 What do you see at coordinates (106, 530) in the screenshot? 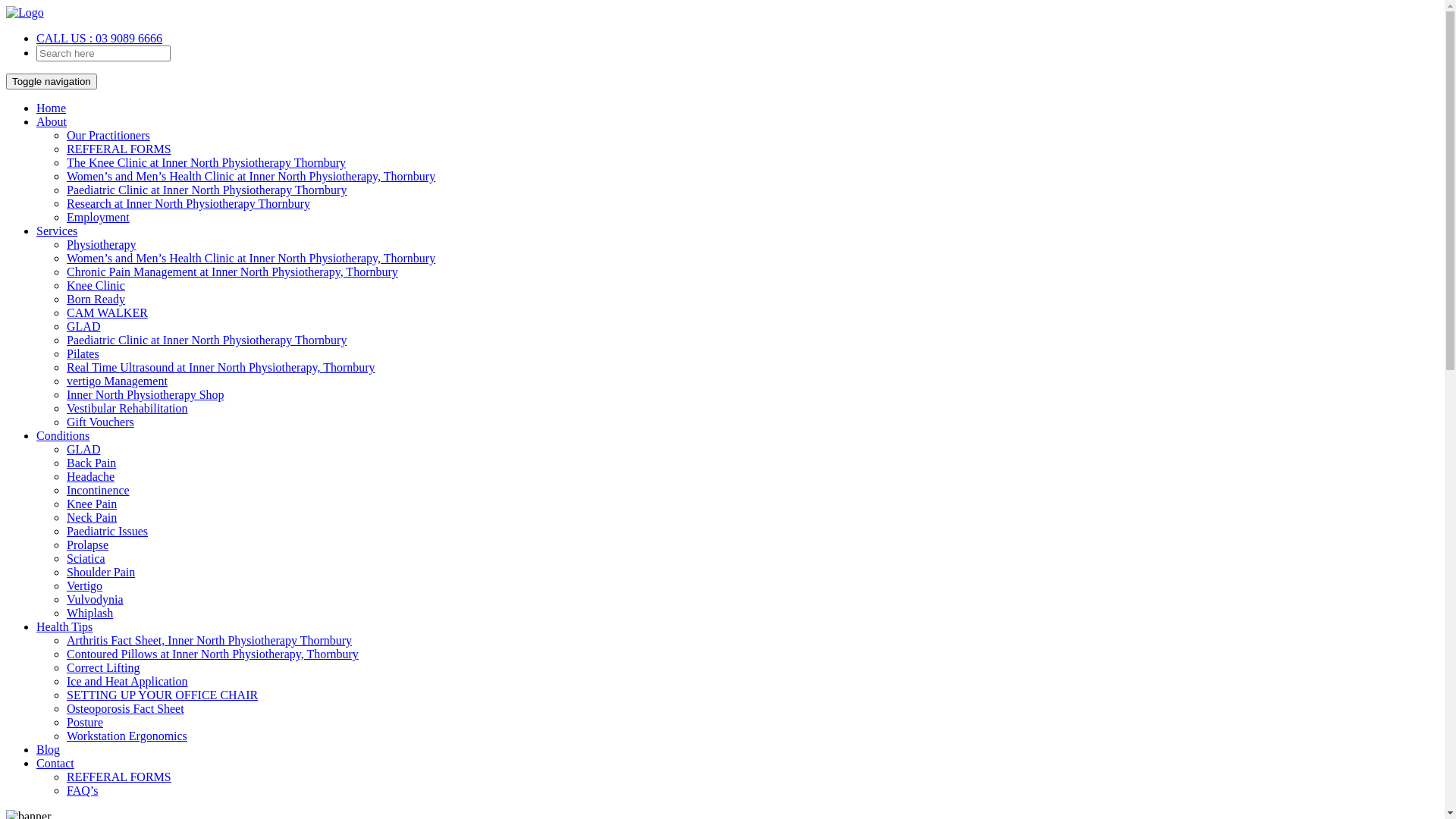
I see `'Paediatric Issues'` at bounding box center [106, 530].